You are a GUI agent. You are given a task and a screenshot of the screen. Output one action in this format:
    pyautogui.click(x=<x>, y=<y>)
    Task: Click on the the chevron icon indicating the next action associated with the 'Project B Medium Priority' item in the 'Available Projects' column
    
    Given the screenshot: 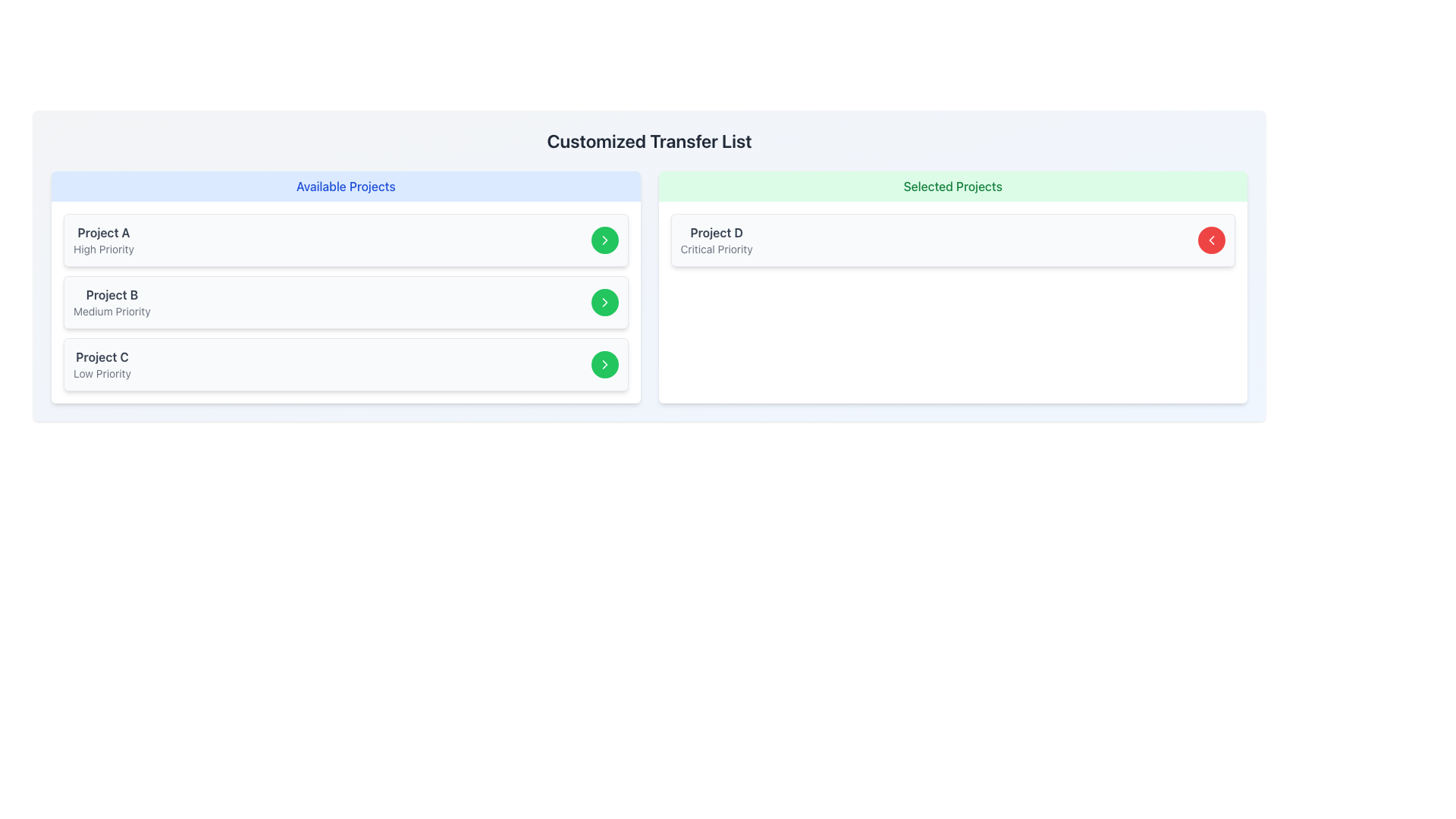 What is the action you would take?
    pyautogui.click(x=604, y=239)
    